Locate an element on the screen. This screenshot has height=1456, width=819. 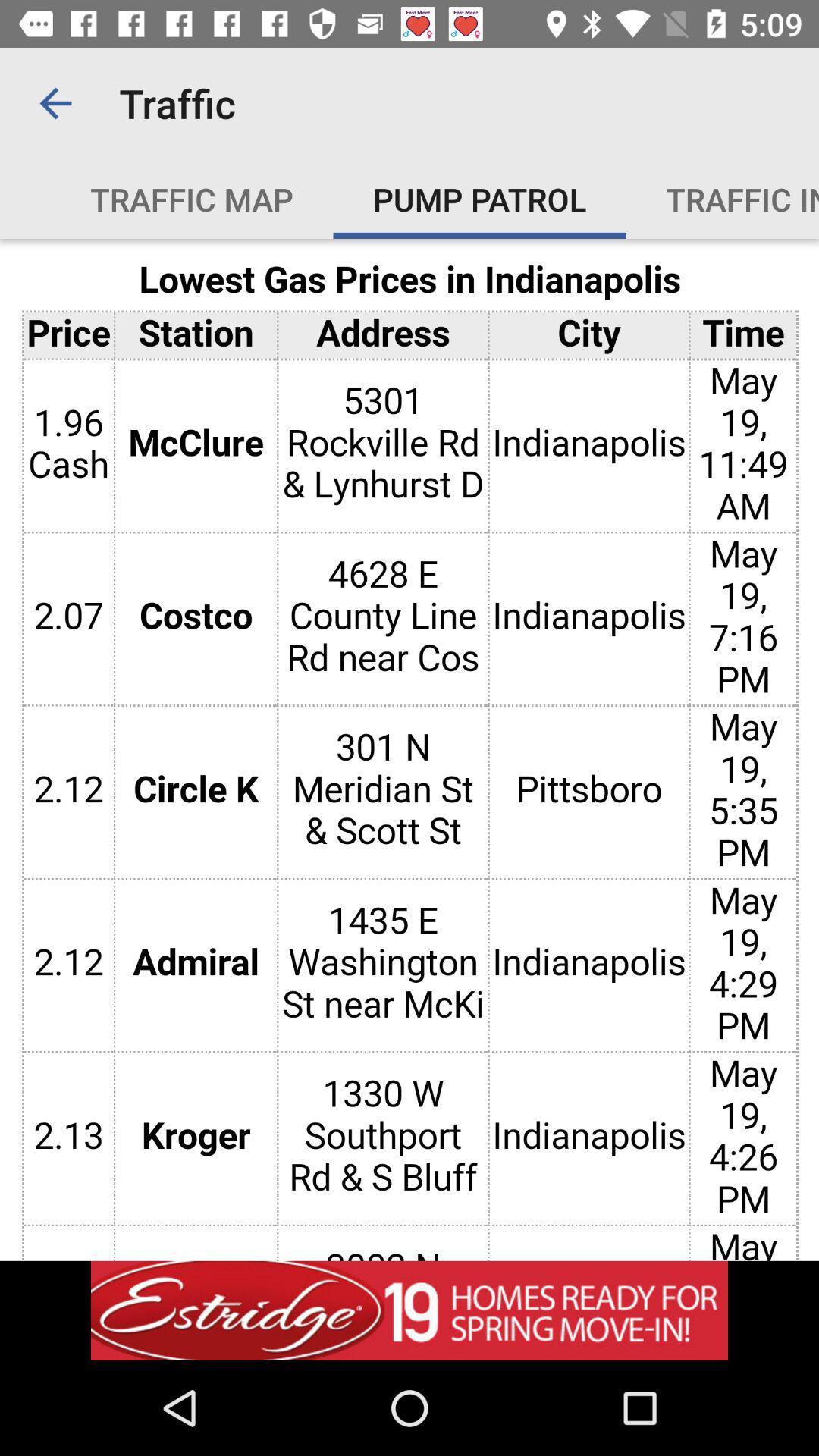
advertisement page is located at coordinates (409, 1310).